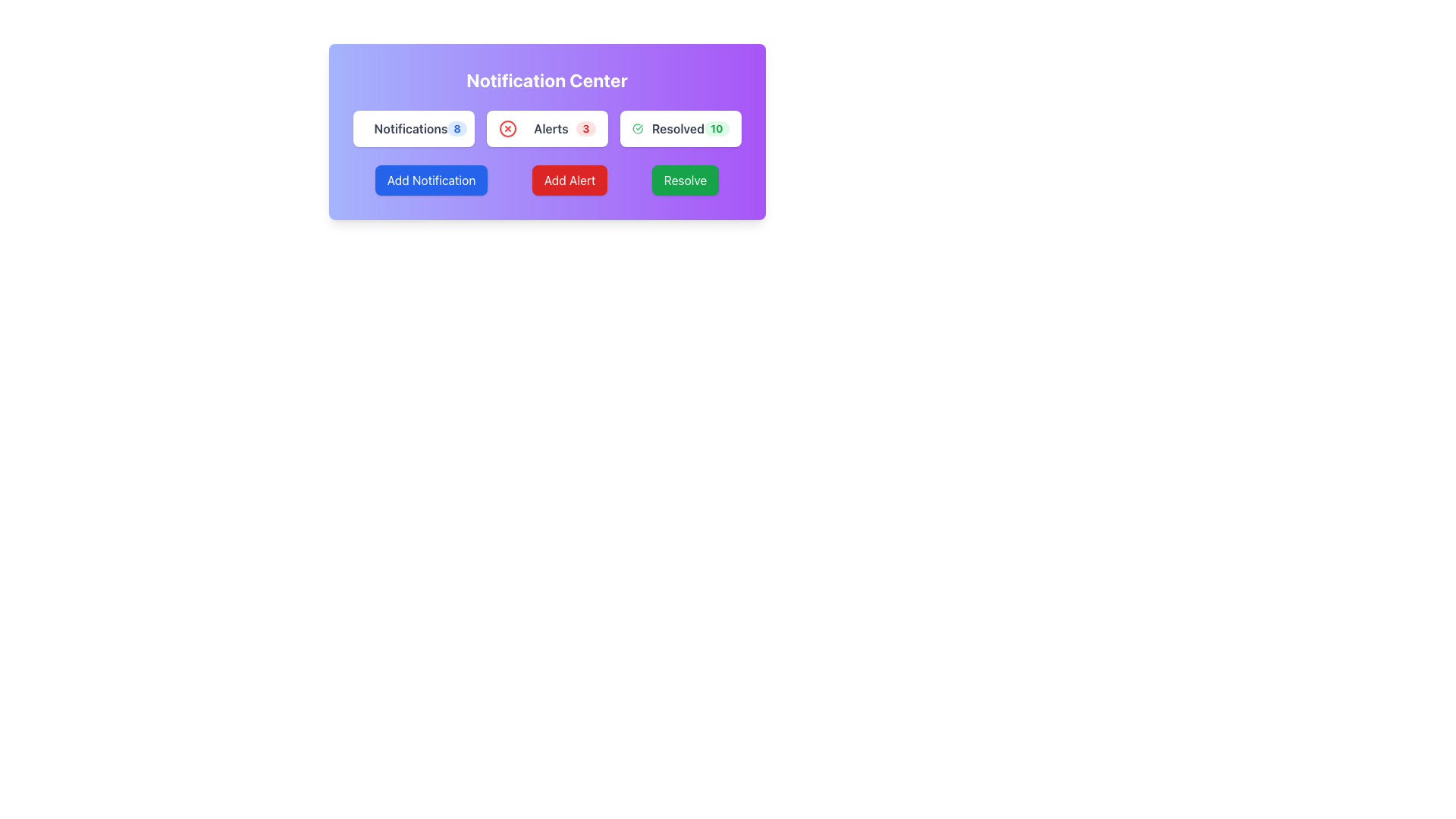 The width and height of the screenshot is (1456, 819). I want to click on text content of the 'Alerts' label, which is displayed in bold, gray-colored font, located centrally in the header section of the interface, so click(550, 127).